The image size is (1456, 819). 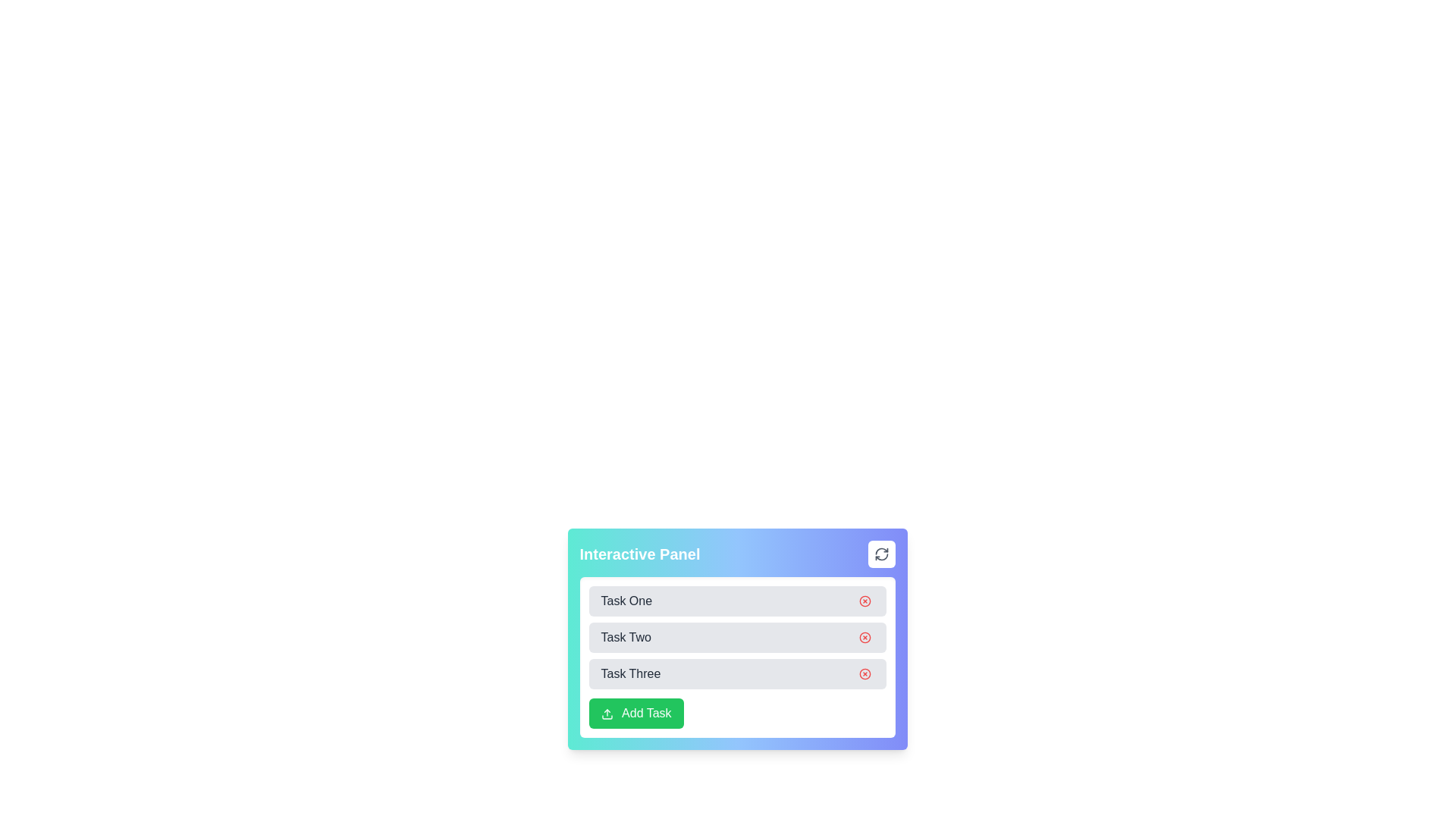 I want to click on the delete button located to the right of the label 'Task Two' in the second row of the task list, so click(x=864, y=637).